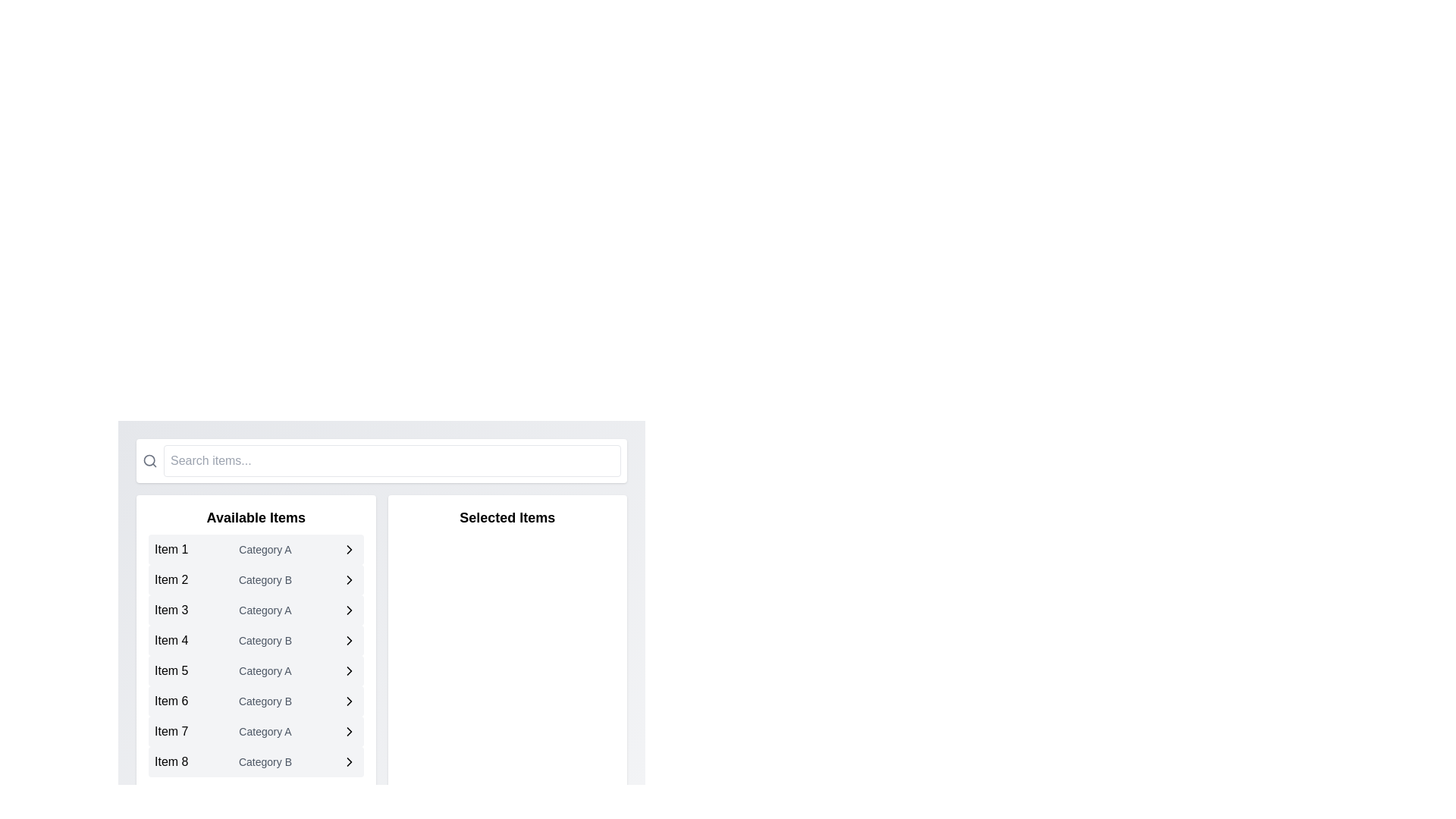 Image resolution: width=1456 pixels, height=819 pixels. Describe the element at coordinates (349, 670) in the screenshot. I see `the right arrow icon located beside 'Item 5' in the 'Available Items' list to interact with it` at that location.